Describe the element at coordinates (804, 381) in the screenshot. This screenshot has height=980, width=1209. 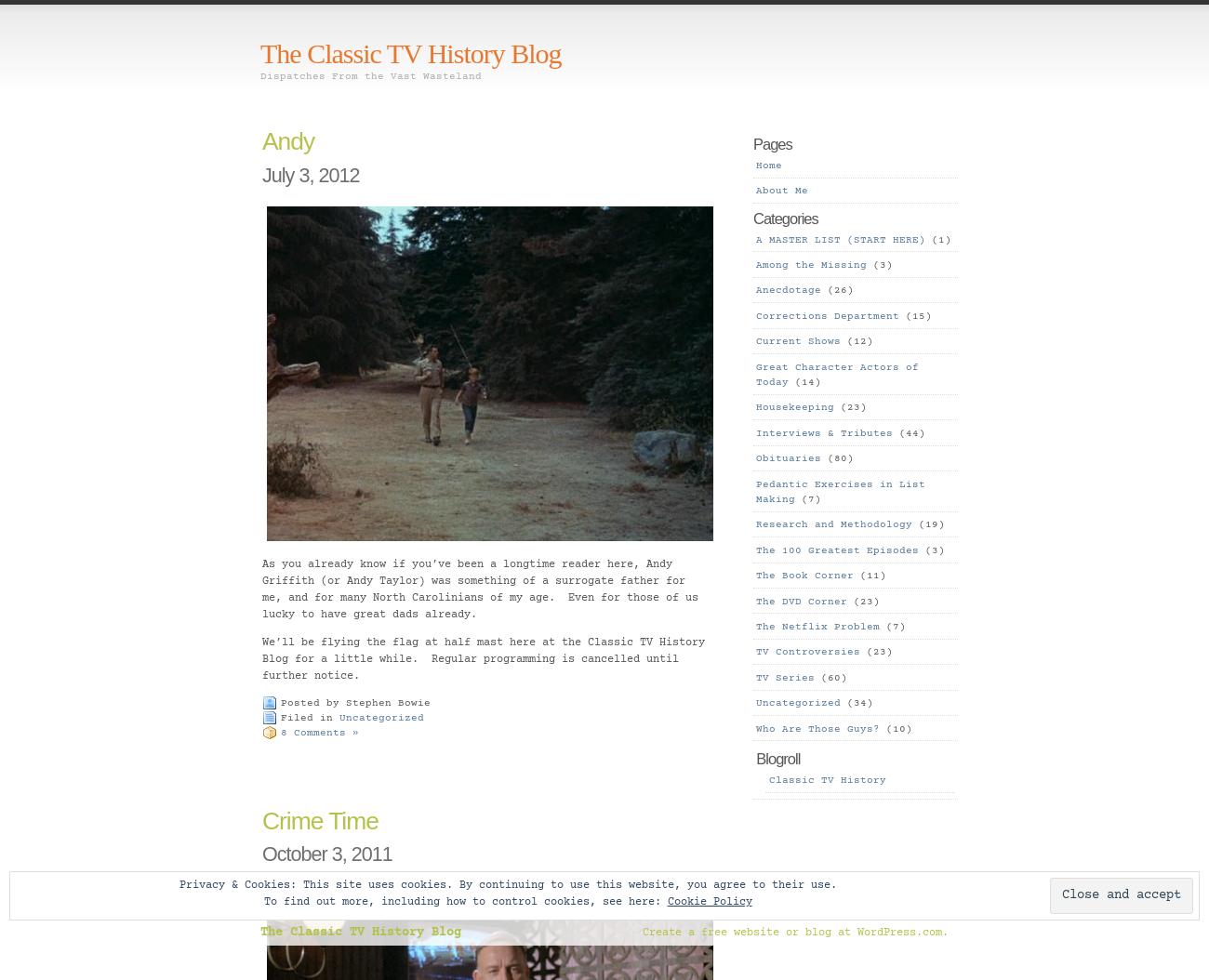
I see `'(14)'` at that location.